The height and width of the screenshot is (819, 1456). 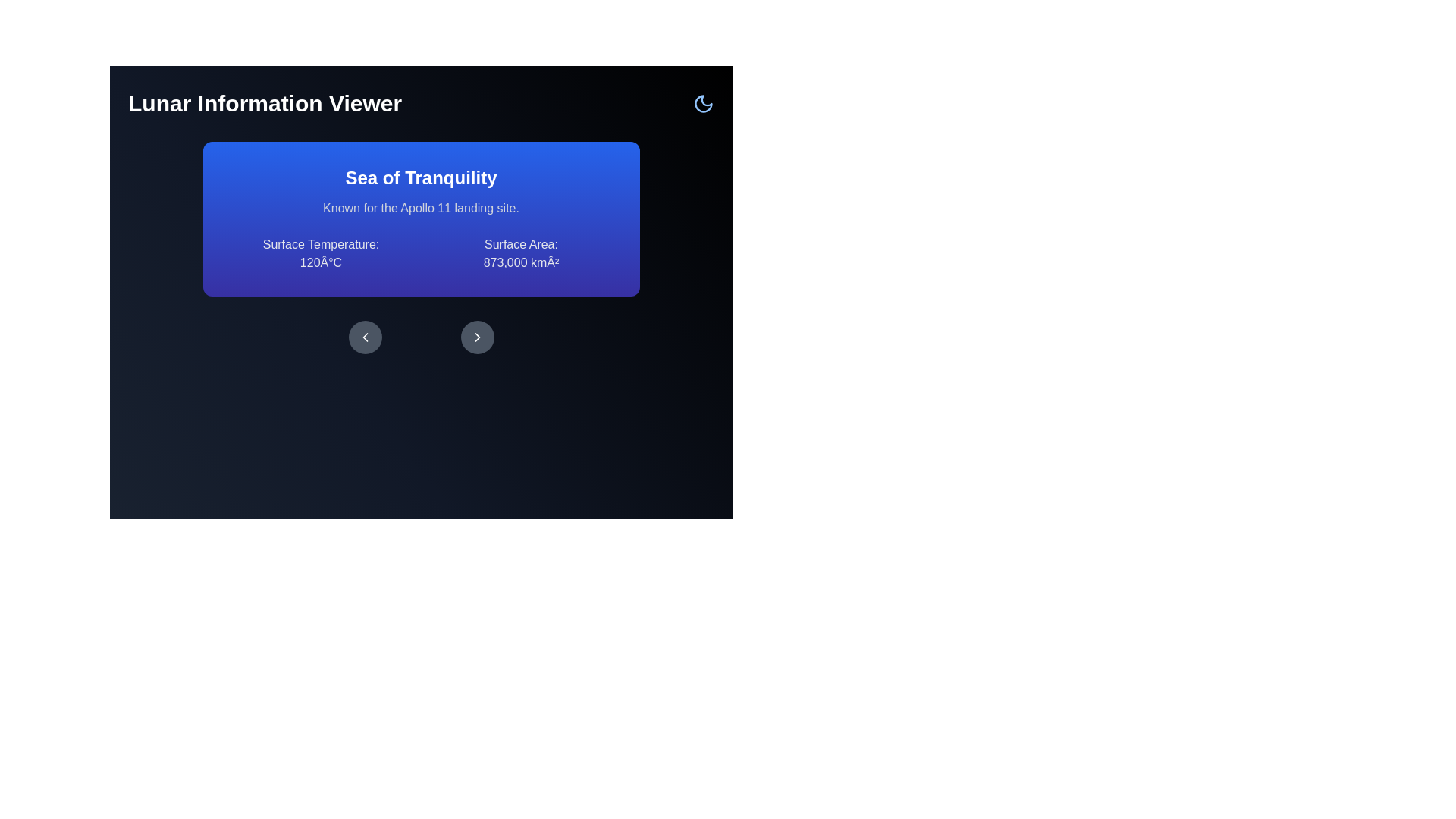 What do you see at coordinates (320, 243) in the screenshot?
I see `text content of the label located at the top-left corner of the blue panel titled 'Sea of Tranquility', which describes the numerical data '120°C'` at bounding box center [320, 243].